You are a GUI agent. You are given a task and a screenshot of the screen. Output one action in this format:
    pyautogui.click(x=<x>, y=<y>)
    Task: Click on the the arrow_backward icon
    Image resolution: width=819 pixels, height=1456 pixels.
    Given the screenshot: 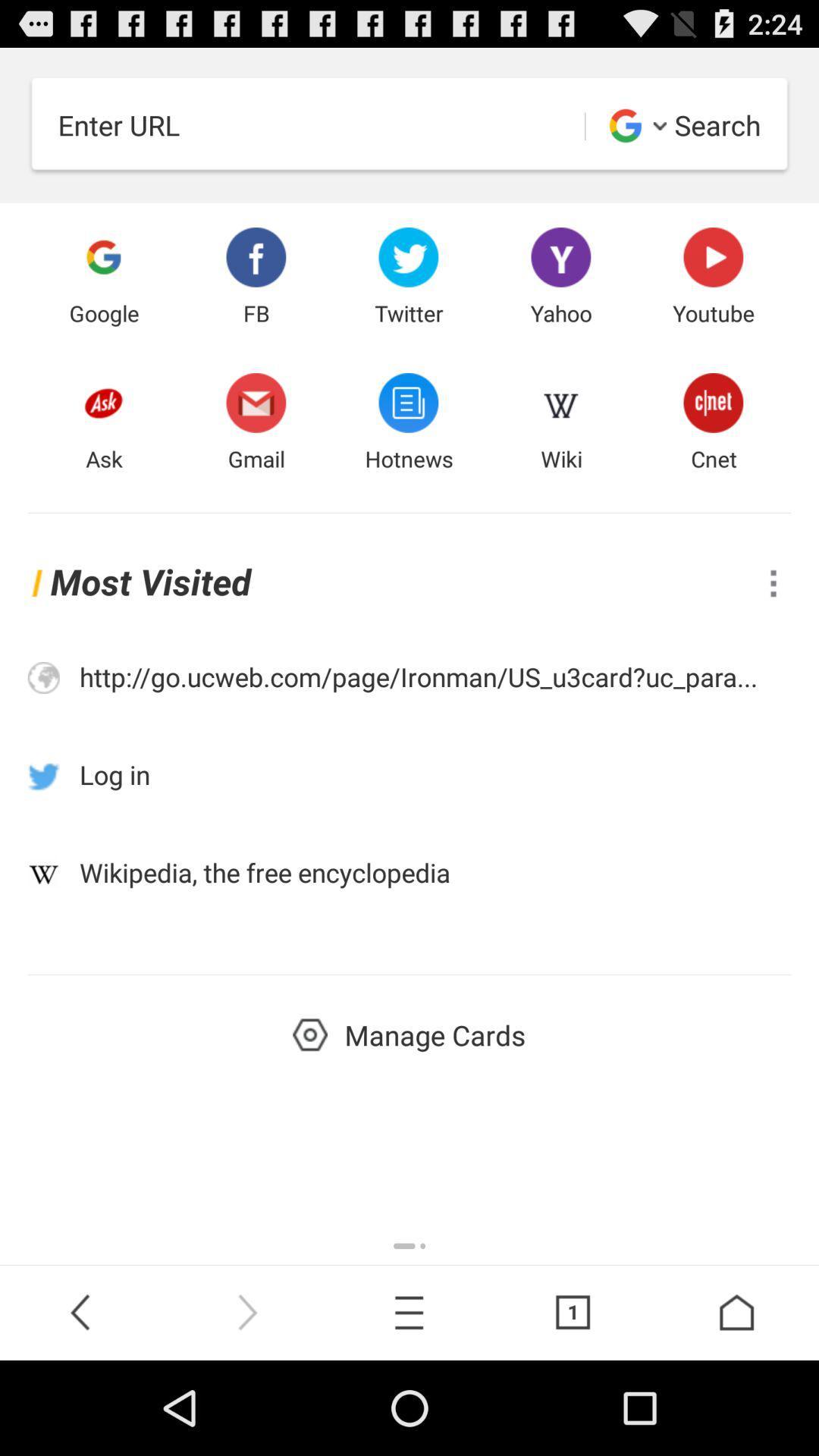 What is the action you would take?
    pyautogui.click(x=82, y=1404)
    